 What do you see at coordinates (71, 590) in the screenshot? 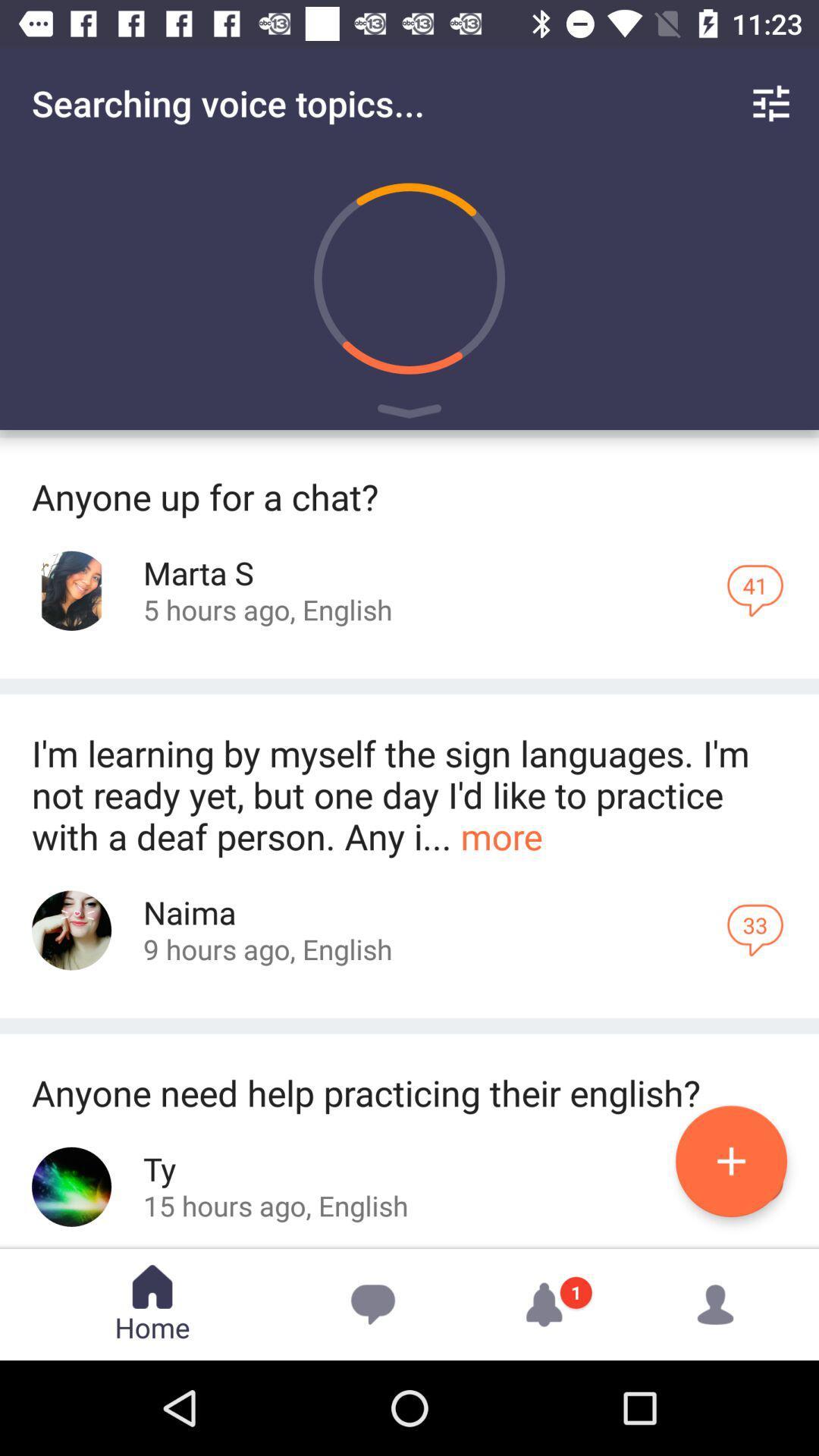
I see `what sup page` at bounding box center [71, 590].